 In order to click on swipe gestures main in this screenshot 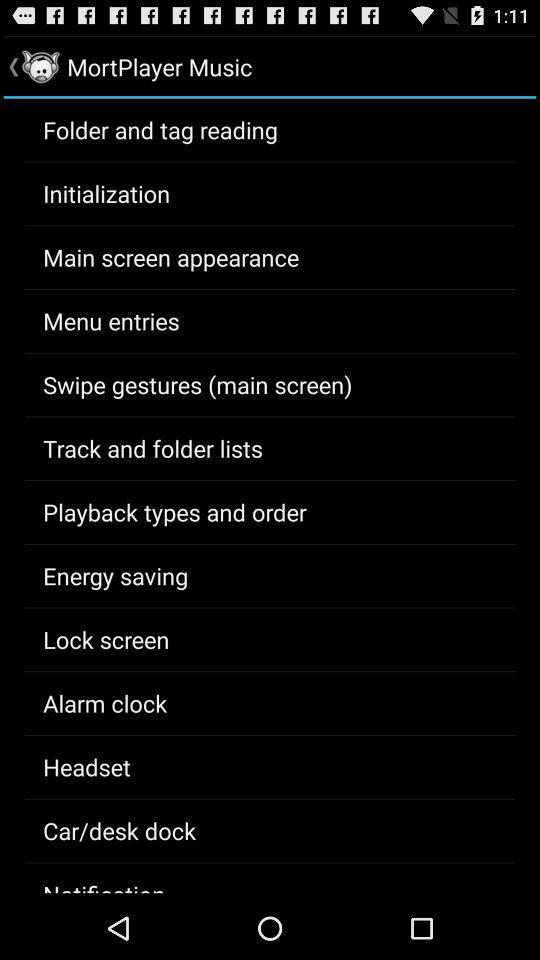, I will do `click(197, 383)`.